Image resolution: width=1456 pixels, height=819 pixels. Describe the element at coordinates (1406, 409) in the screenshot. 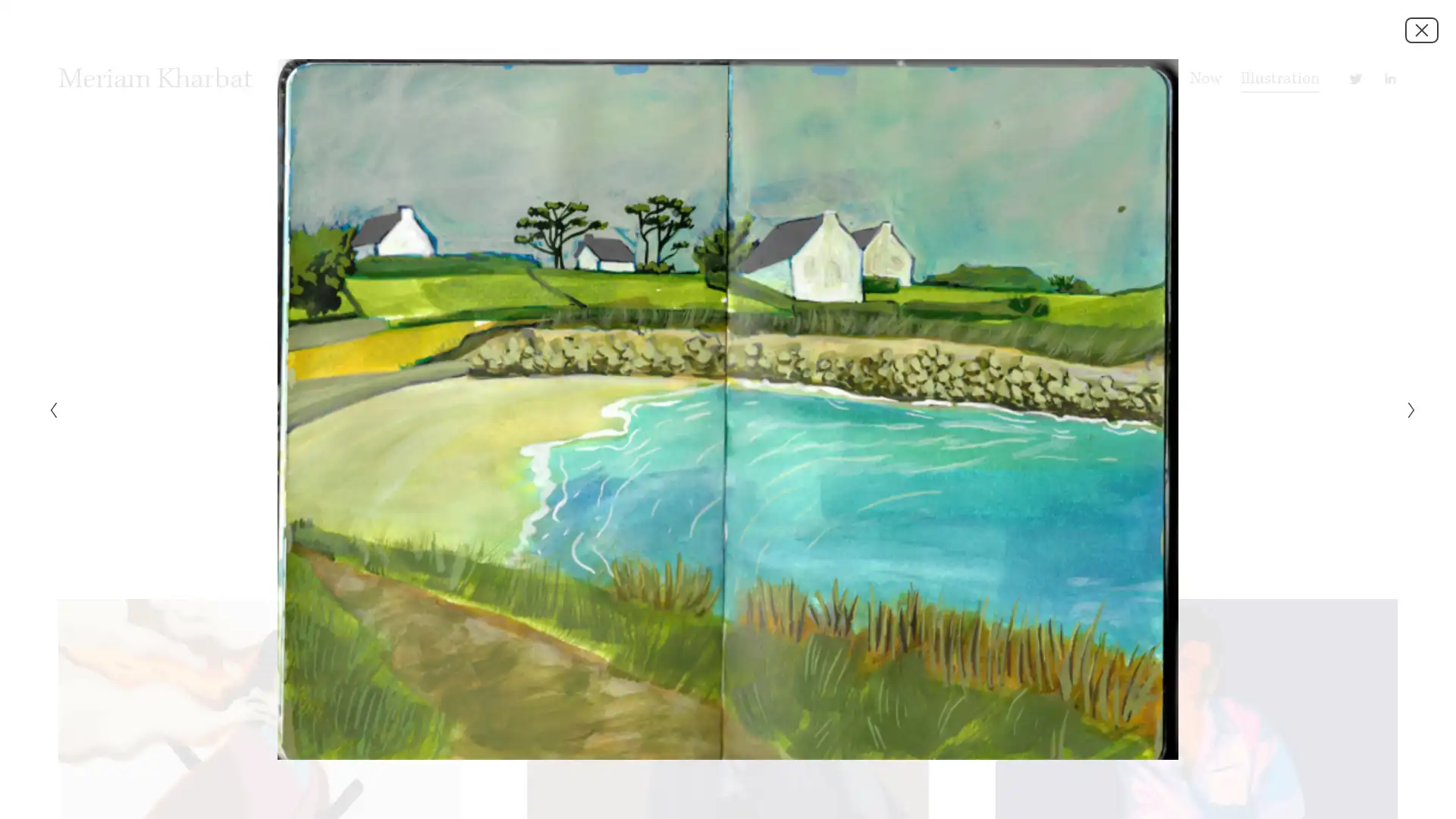

I see `Next Slide` at that location.